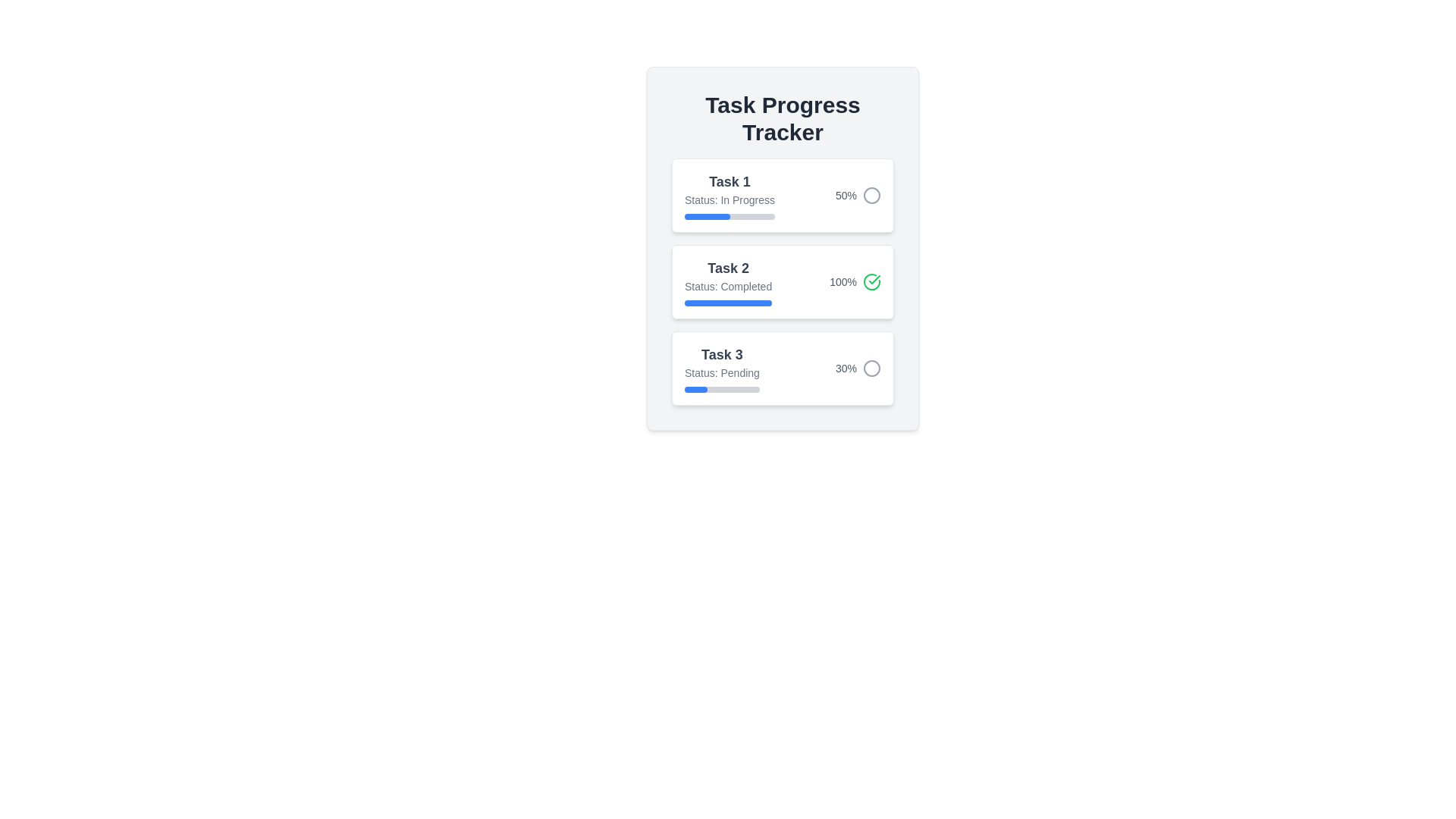 The height and width of the screenshot is (819, 1456). I want to click on the progress status of the Progress bar segment indicating 30% completion for Task 3 in the 'Task Progress Tracker' interface, so click(695, 388).